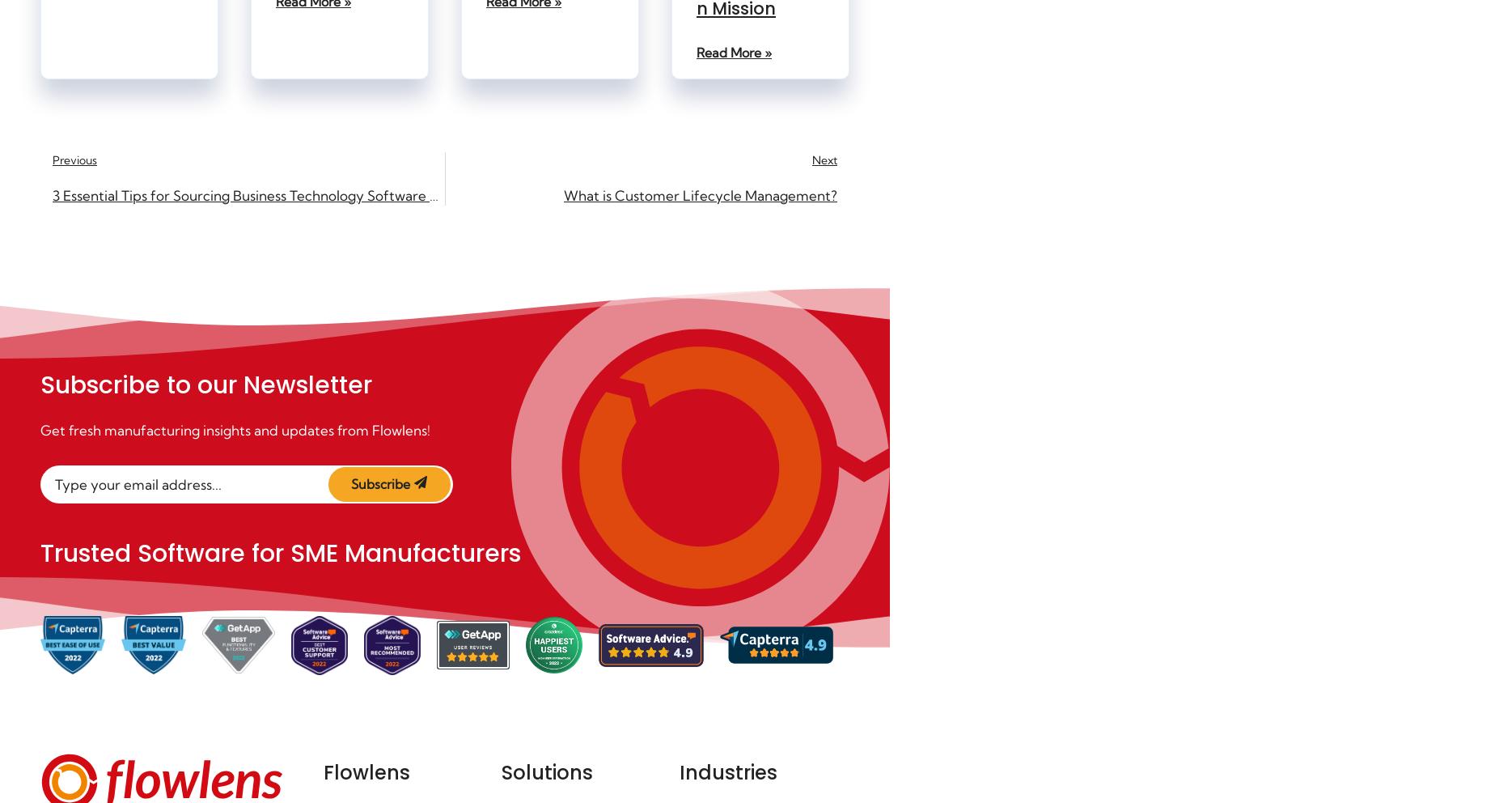 The width and height of the screenshot is (1512, 803). What do you see at coordinates (365, 772) in the screenshot?
I see `'Flowlens'` at bounding box center [365, 772].